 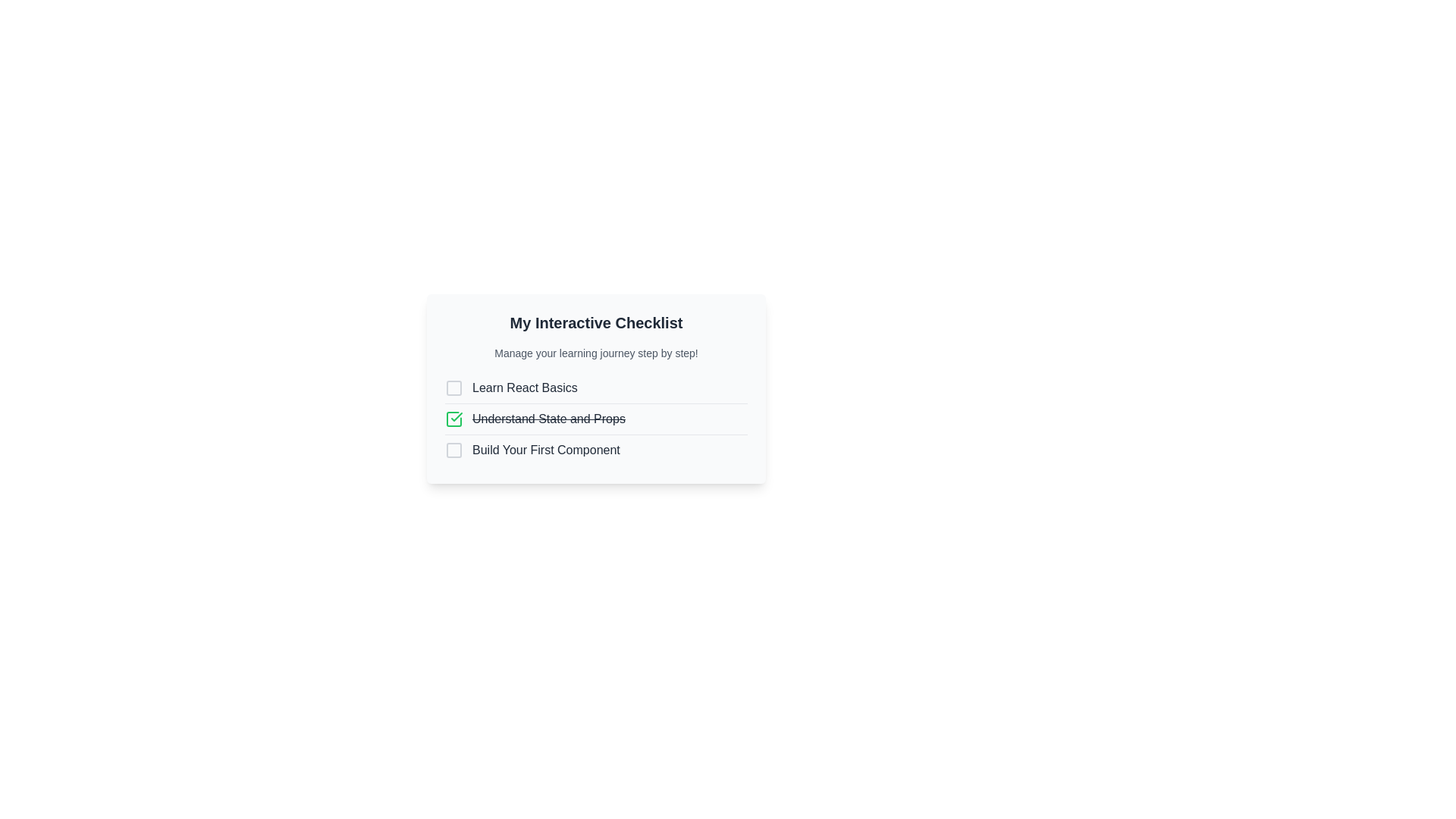 I want to click on the checkbox of the completed task item 'Understand State and Props' in the checklist, so click(x=595, y=419).